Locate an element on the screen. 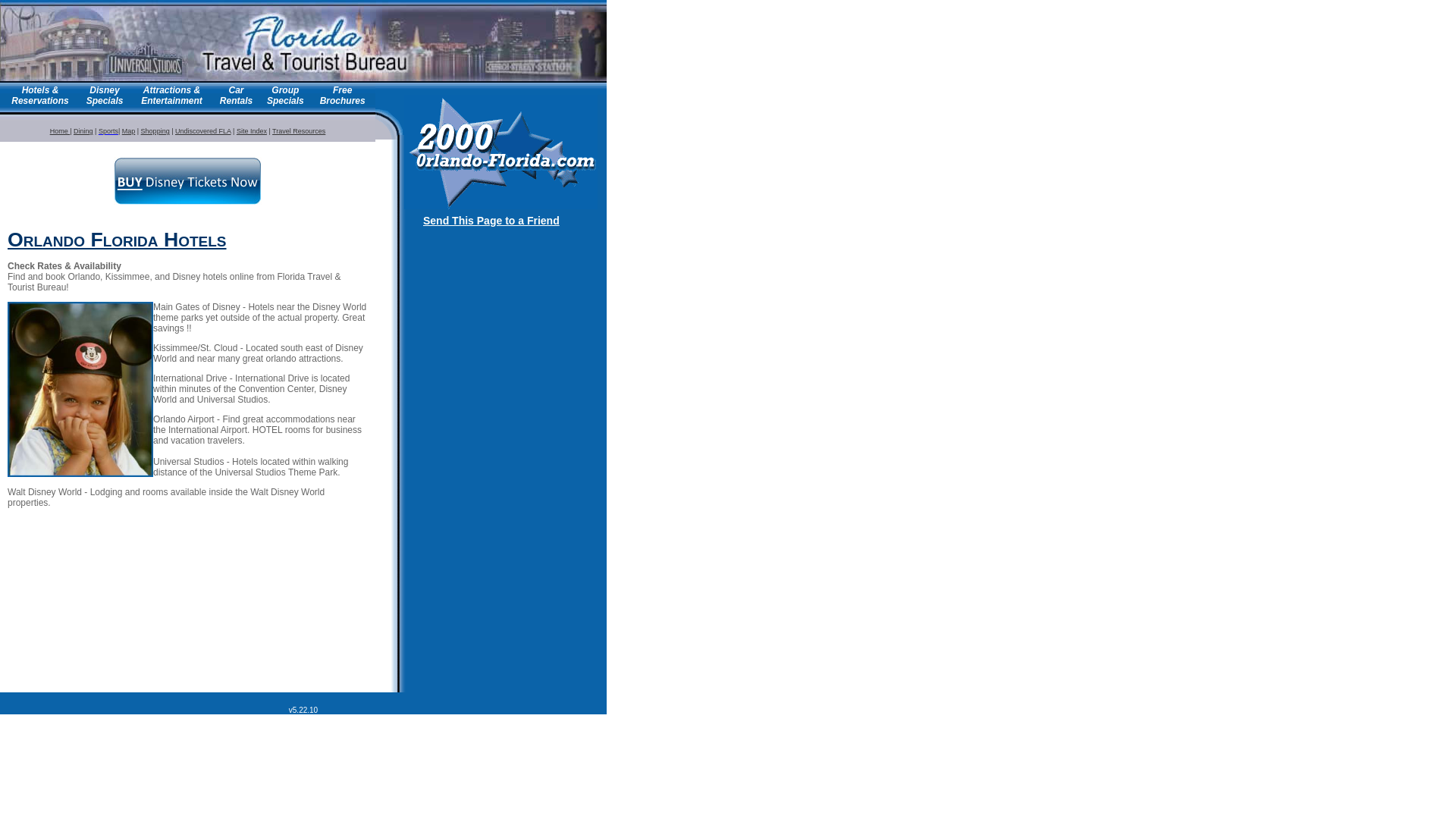  'Map' is located at coordinates (128, 130).